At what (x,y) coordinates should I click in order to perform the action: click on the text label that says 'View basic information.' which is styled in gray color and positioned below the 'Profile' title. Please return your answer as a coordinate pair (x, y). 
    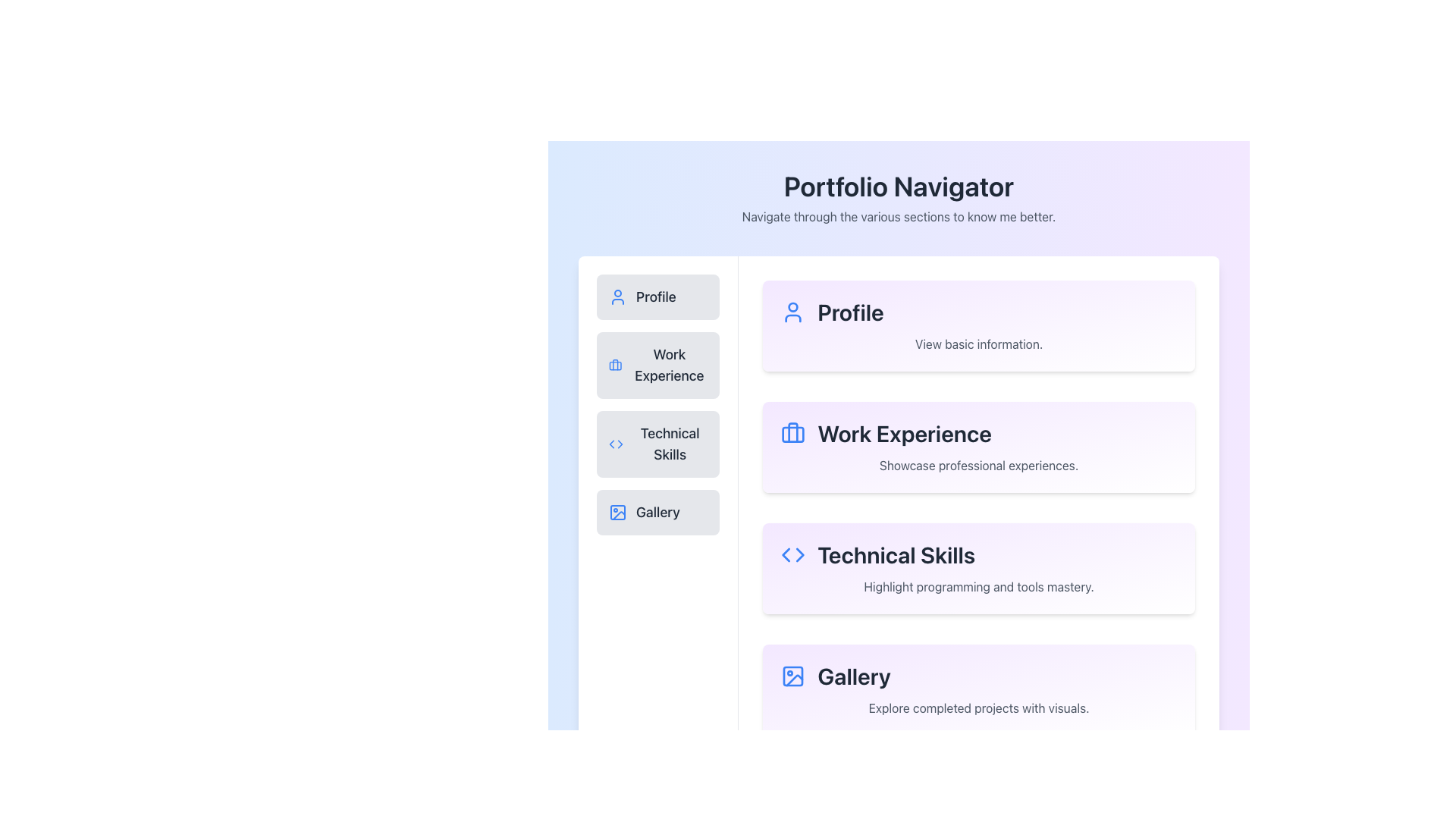
    Looking at the image, I should click on (979, 344).